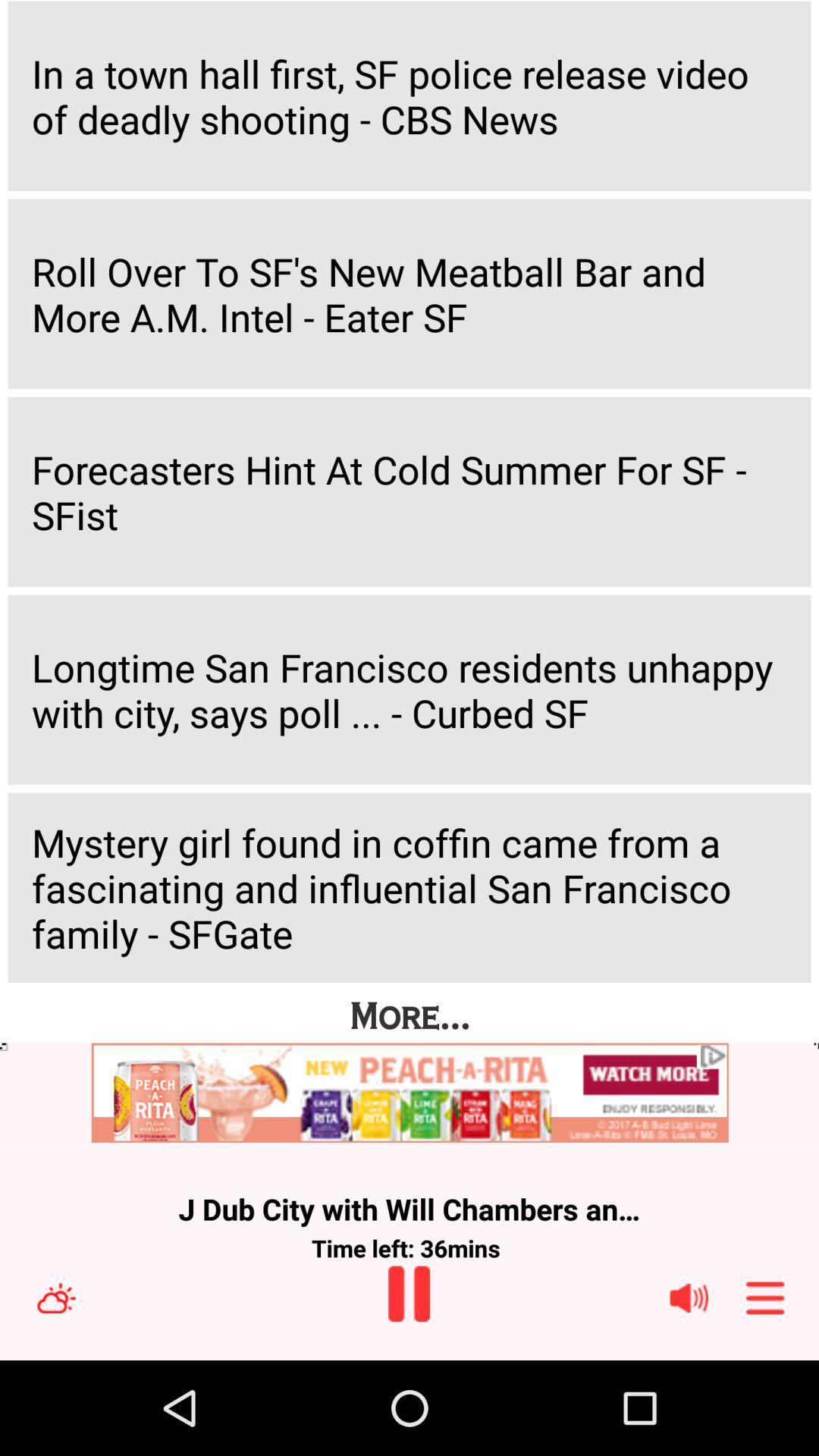 The image size is (819, 1456). Describe the element at coordinates (409, 1094) in the screenshot. I see `tap advertisement` at that location.